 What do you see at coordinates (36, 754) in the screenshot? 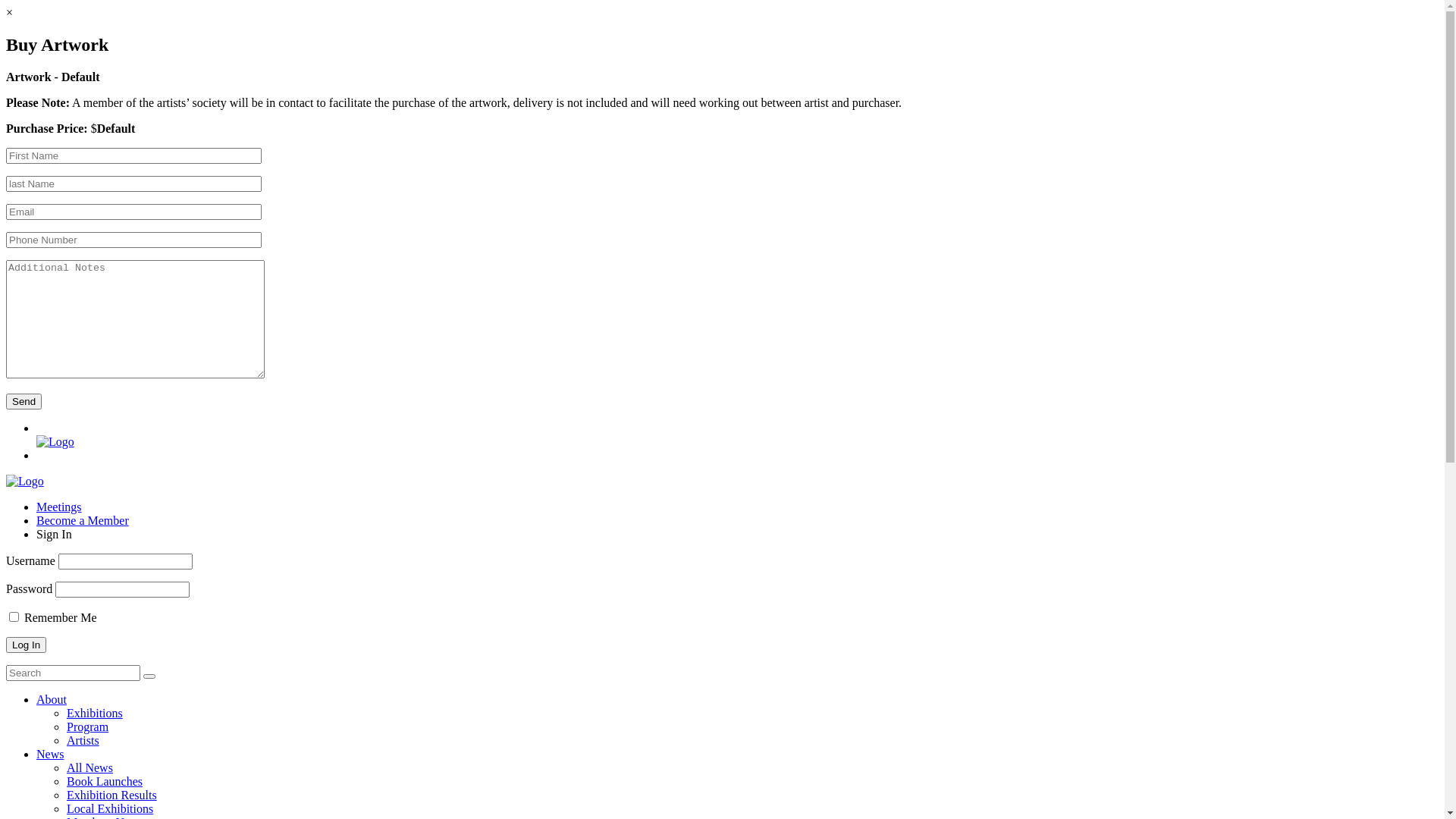
I see `'News'` at bounding box center [36, 754].